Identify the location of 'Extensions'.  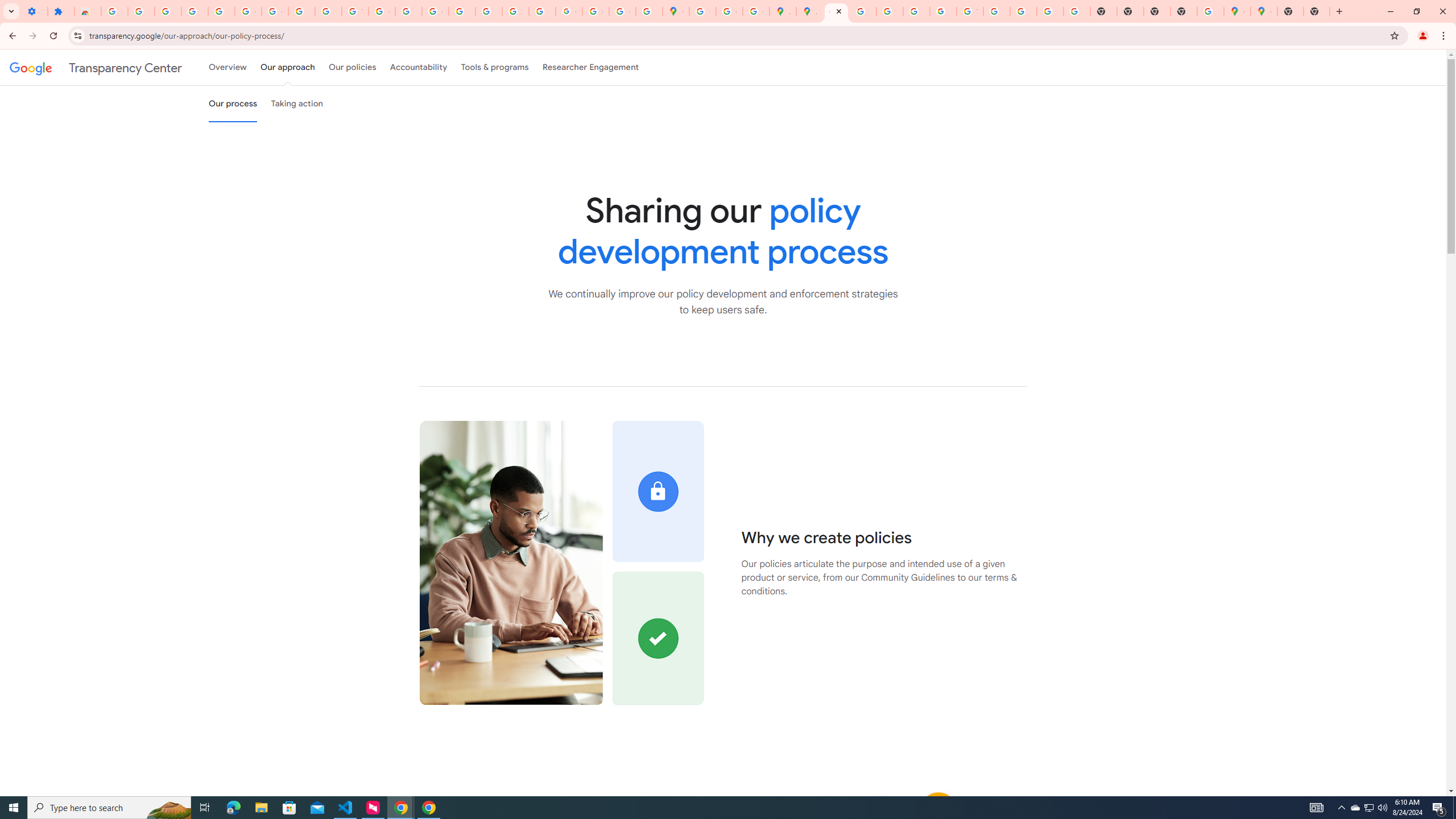
(60, 11).